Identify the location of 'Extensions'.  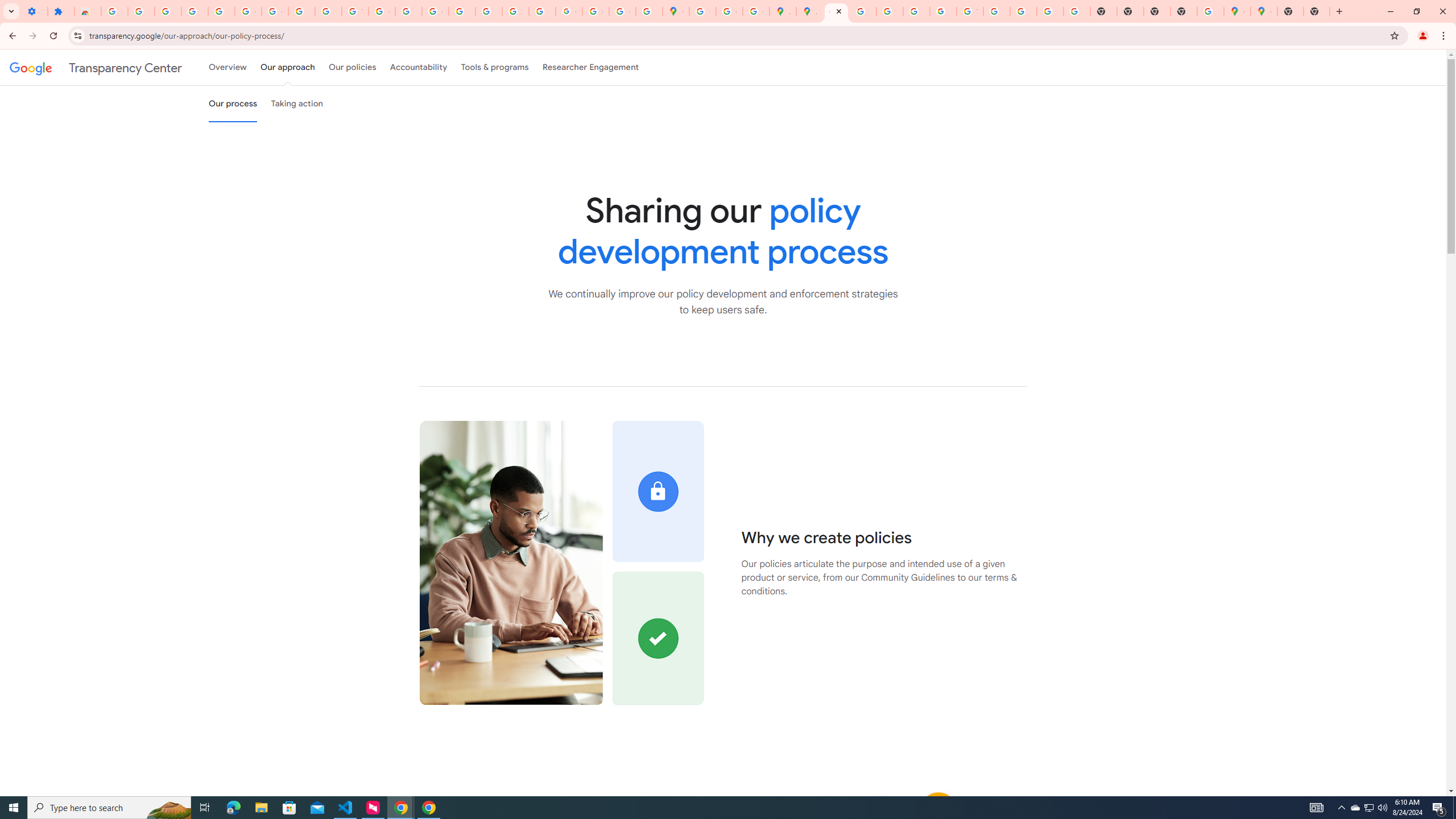
(60, 11).